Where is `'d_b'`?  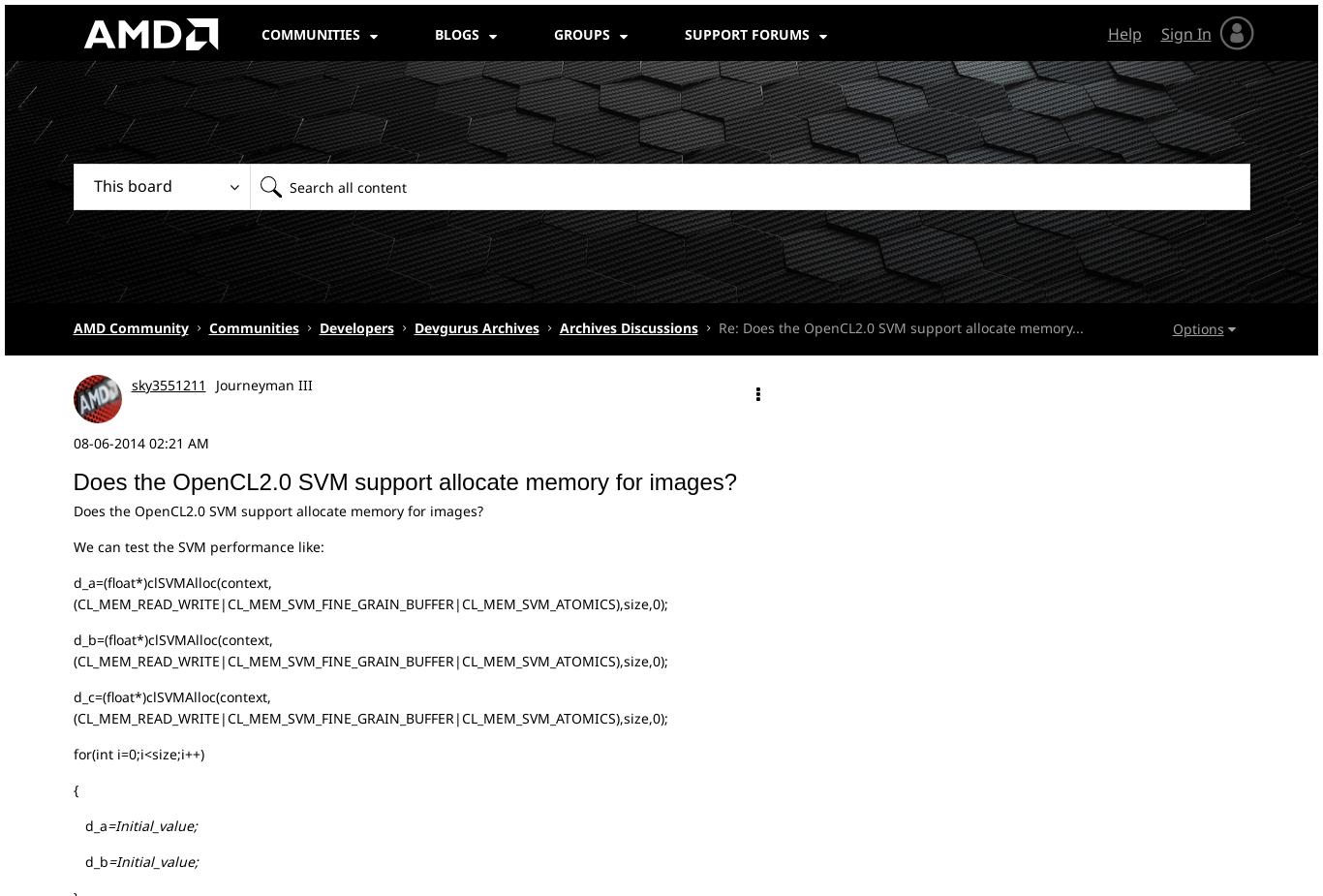
'd_b' is located at coordinates (90, 860).